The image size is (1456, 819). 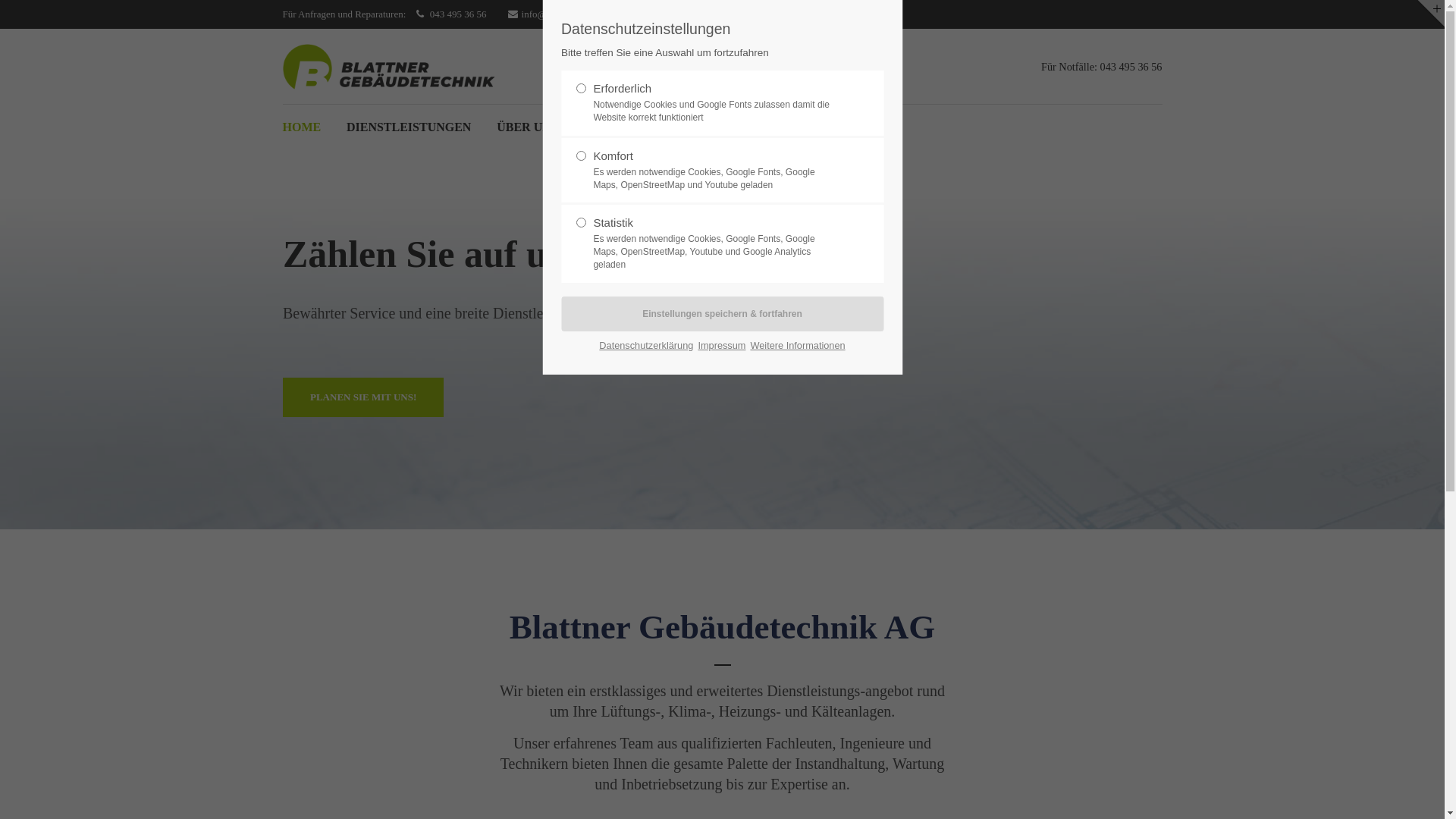 What do you see at coordinates (409, 127) in the screenshot?
I see `'DIENSTLEISTUNGEN'` at bounding box center [409, 127].